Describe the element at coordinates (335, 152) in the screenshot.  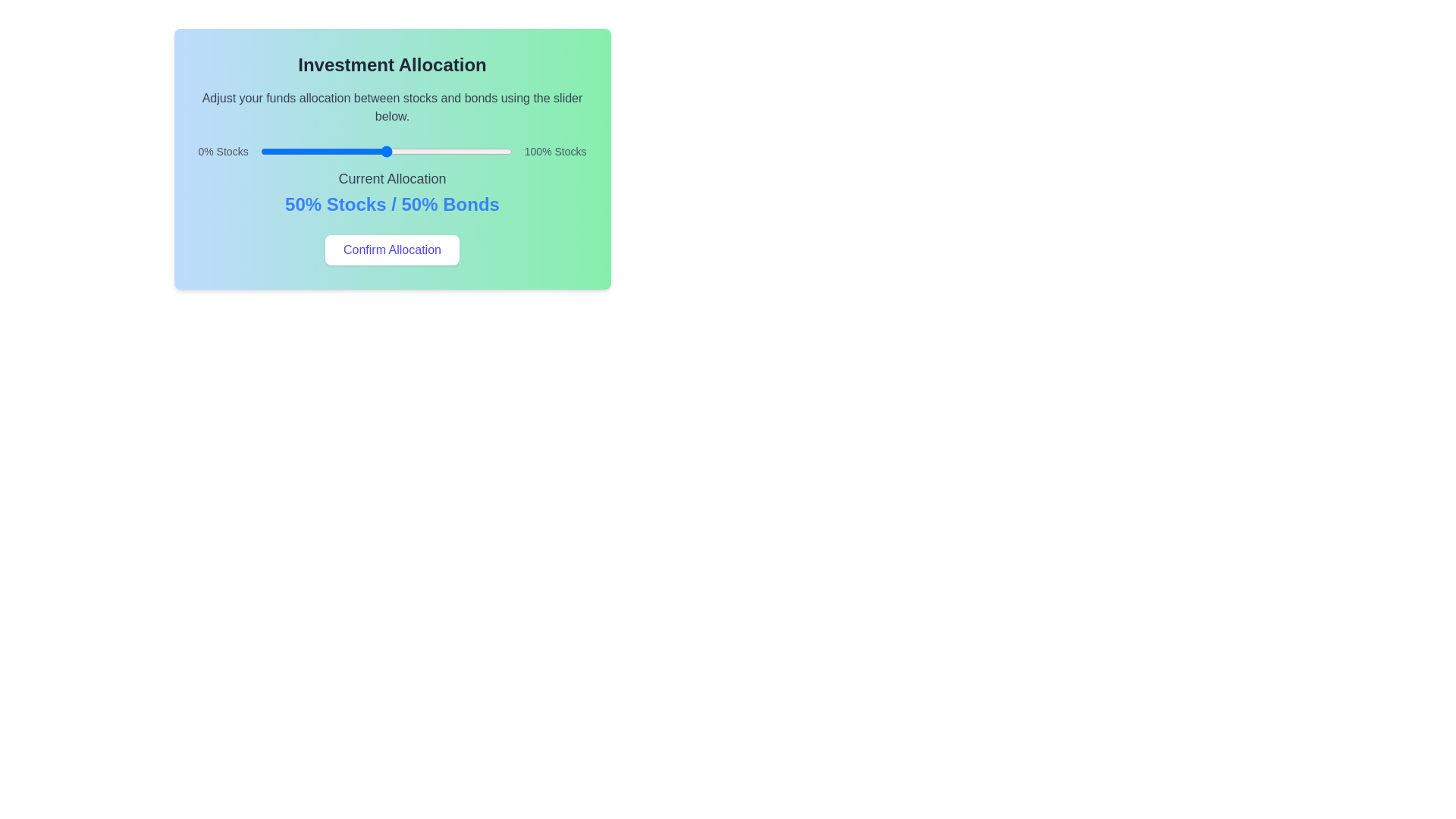
I see `the slider to set the investment allocation to 30% of stocks` at that location.